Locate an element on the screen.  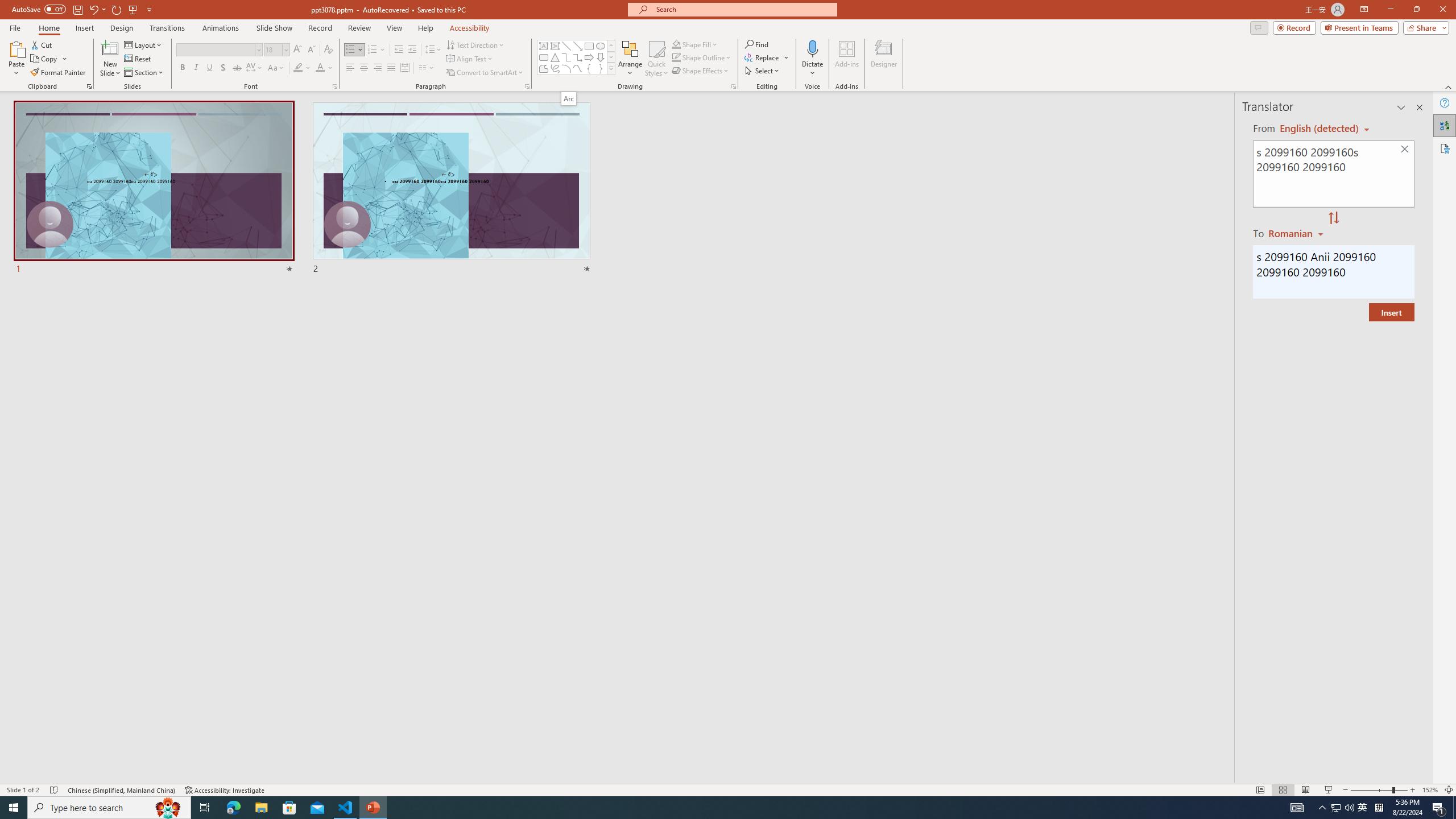
'Center' is located at coordinates (364, 67).